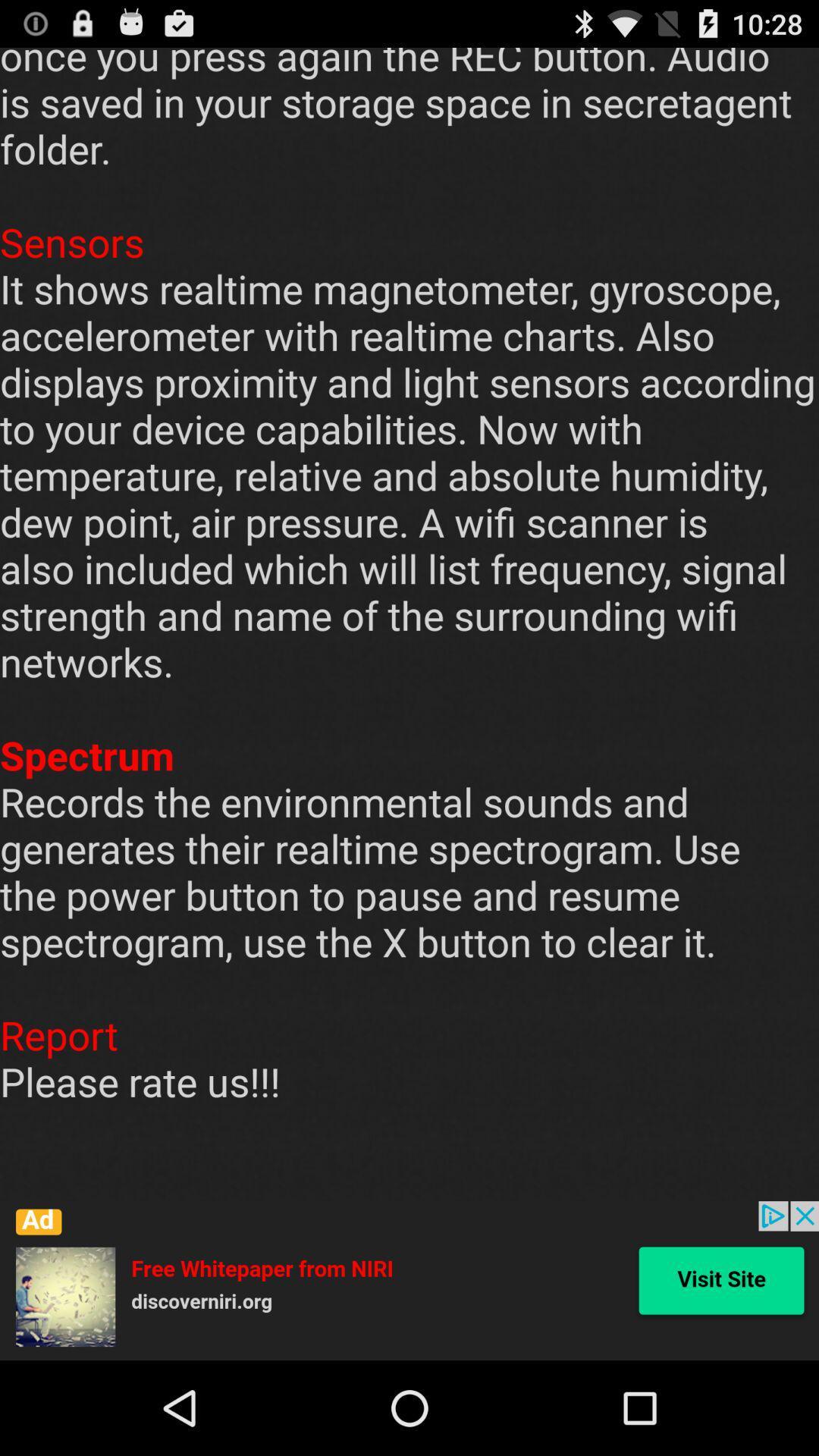 The image size is (819, 1456). Describe the element at coordinates (409, 1280) in the screenshot. I see `open advertisement` at that location.